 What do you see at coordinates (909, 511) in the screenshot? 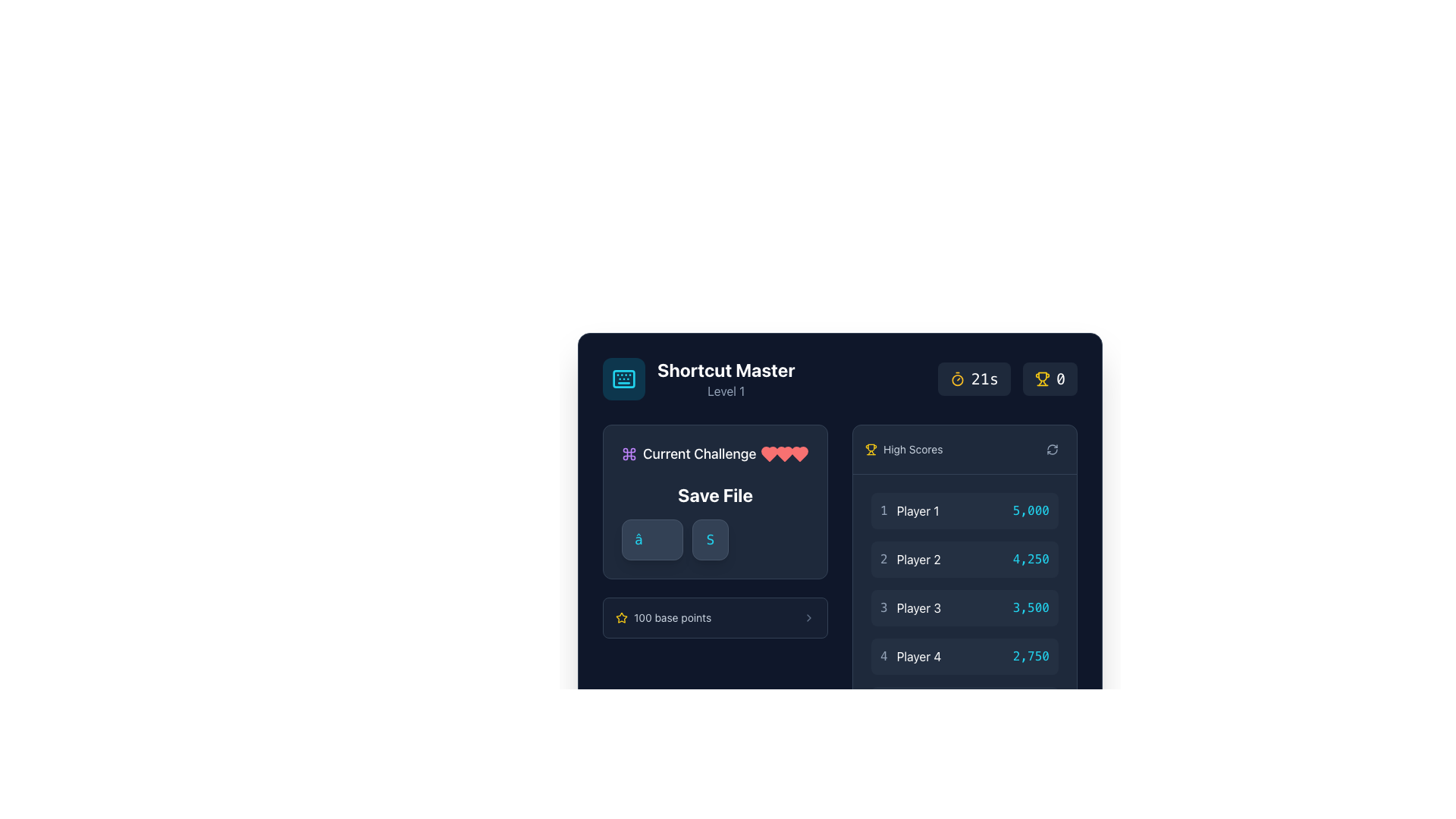
I see `the first player's label in the leaderboard located under the 'High Scores' section on the right side of the interface` at bounding box center [909, 511].